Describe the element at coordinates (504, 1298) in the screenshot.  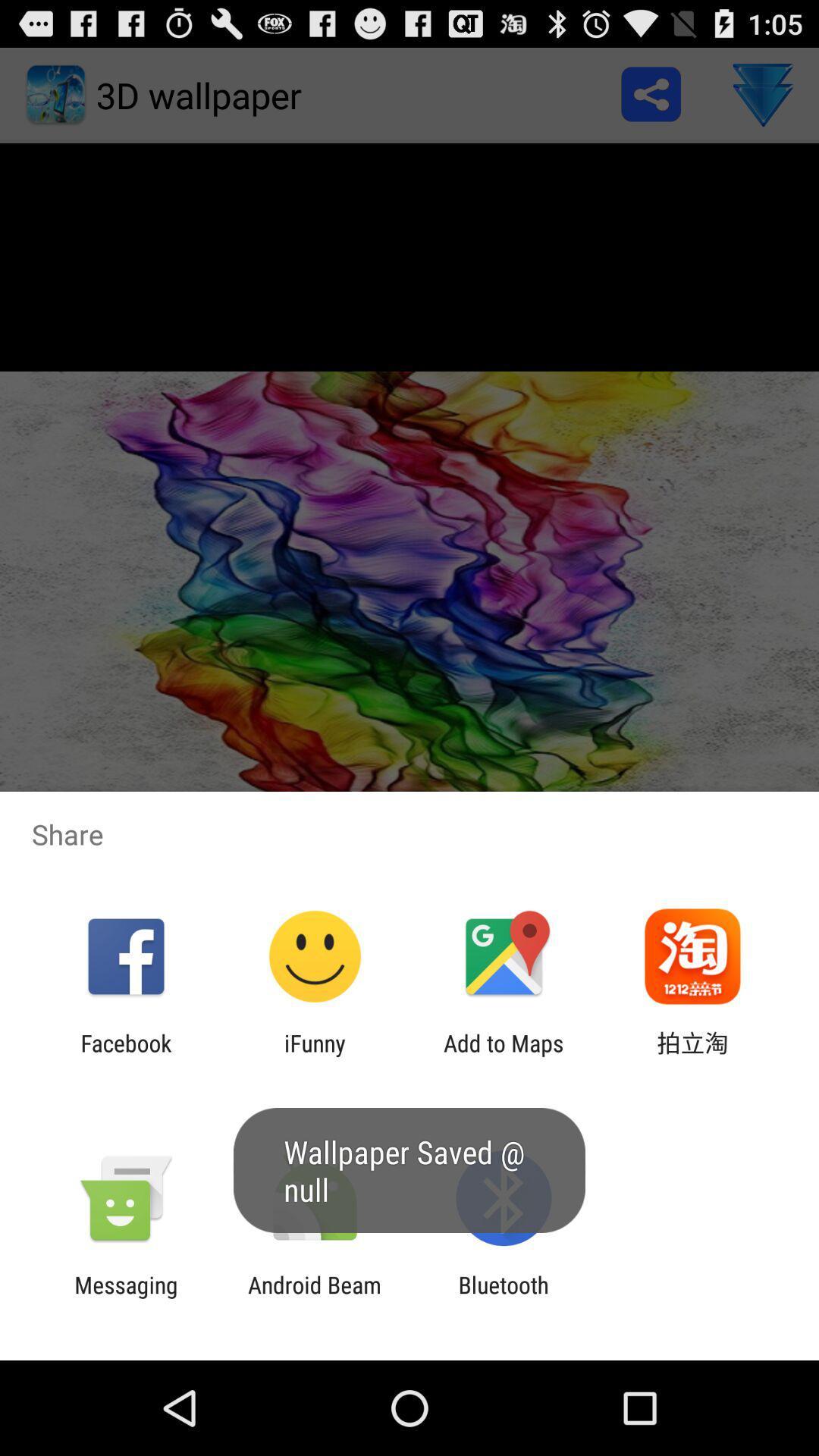
I see `the bluetooth` at that location.